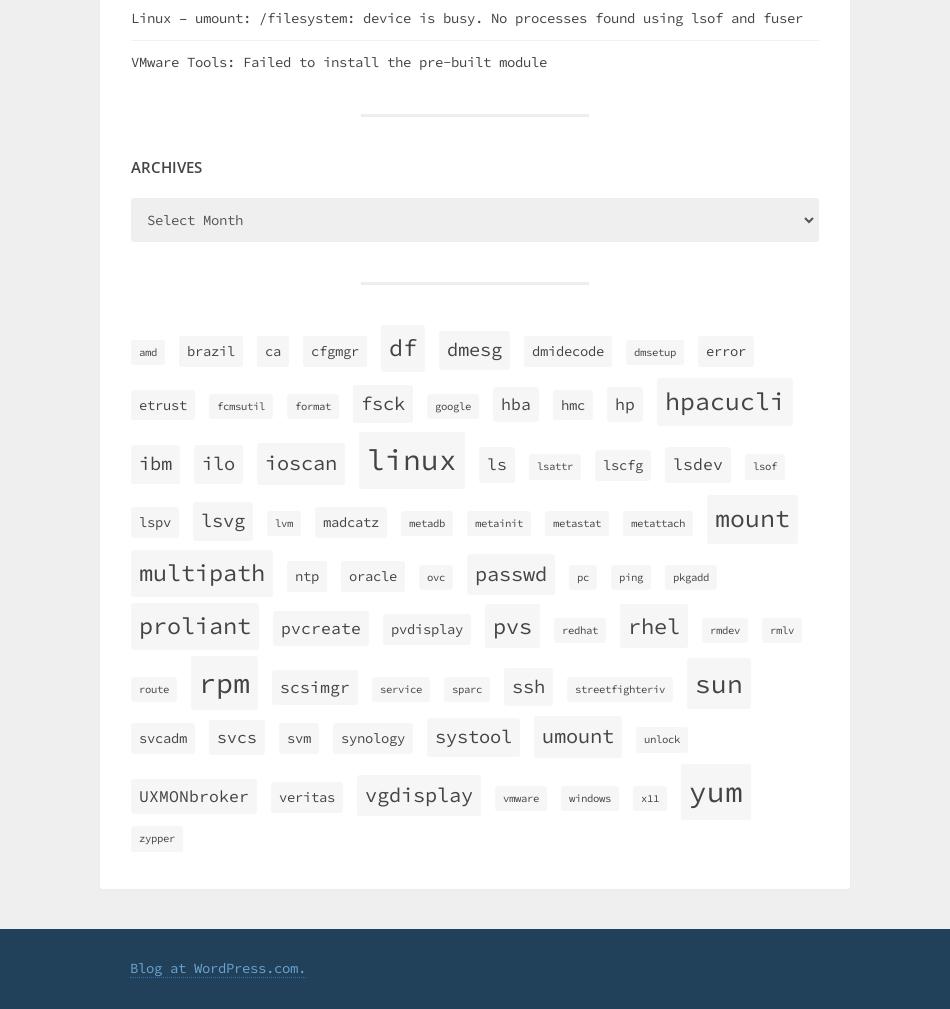 Image resolution: width=950 pixels, height=1009 pixels. Describe the element at coordinates (751, 517) in the screenshot. I see `'mount'` at that location.